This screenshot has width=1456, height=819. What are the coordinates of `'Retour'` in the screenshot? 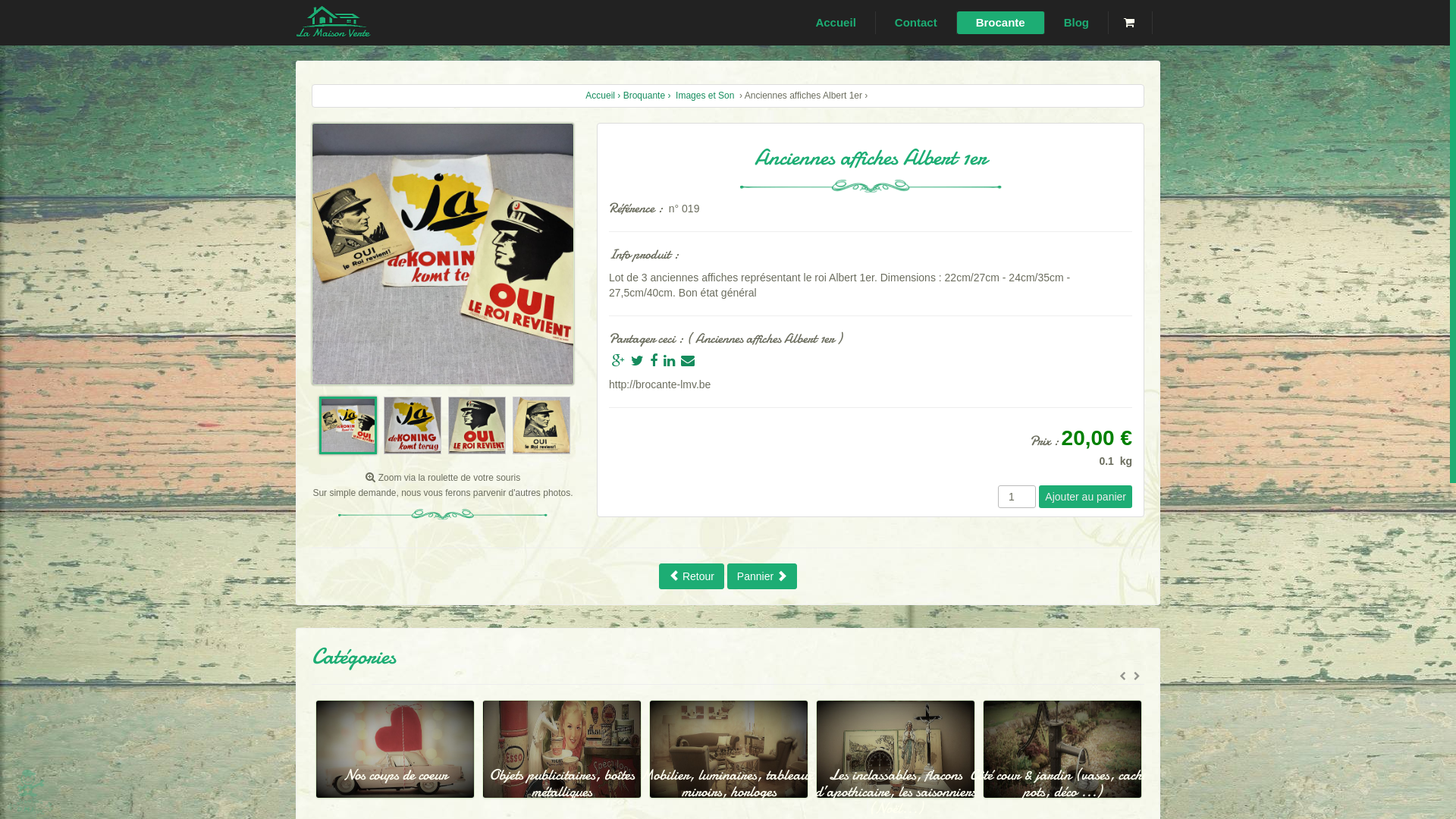 It's located at (691, 576).